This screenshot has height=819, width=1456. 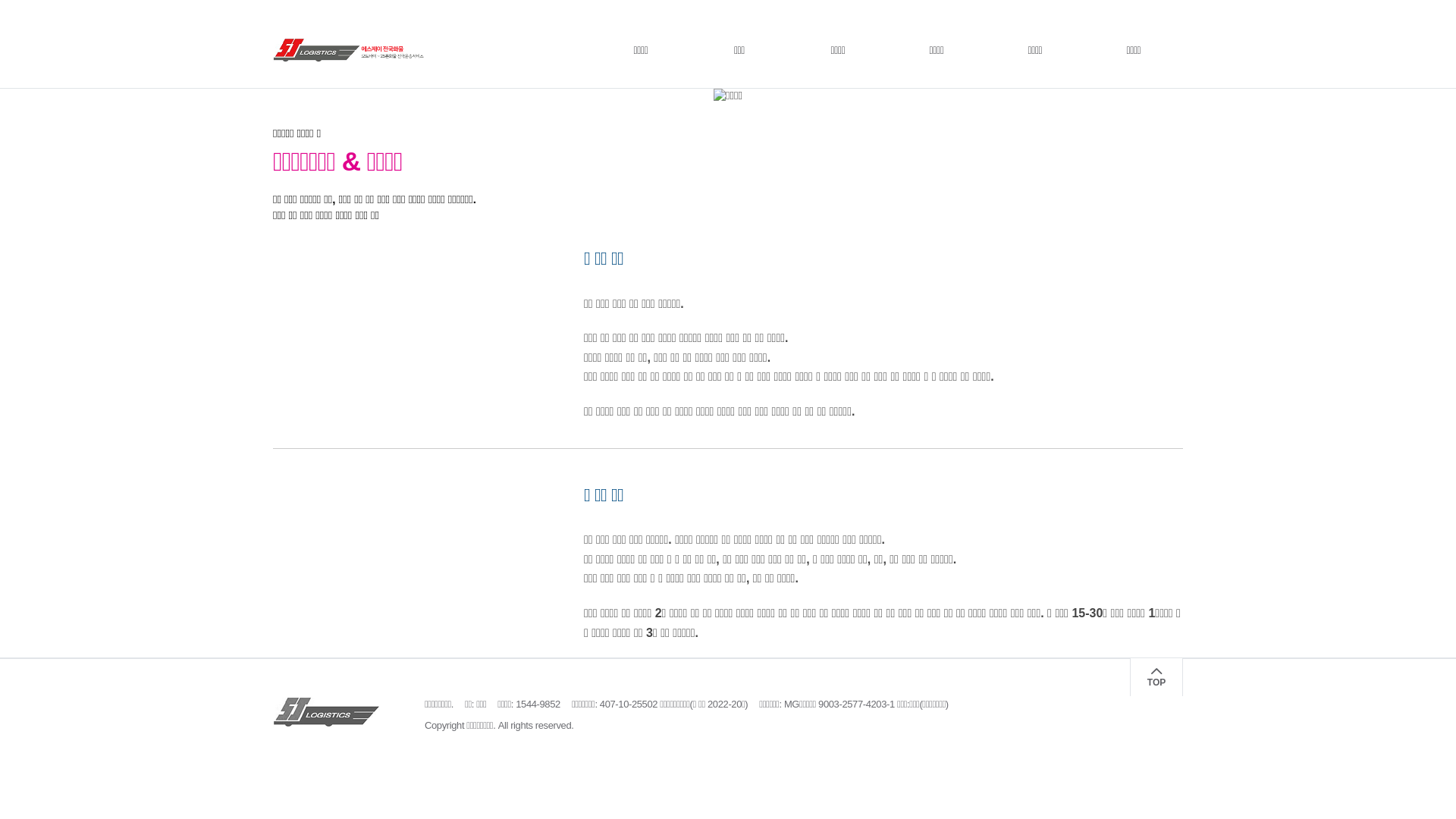 I want to click on 'TOP', so click(x=1156, y=676).